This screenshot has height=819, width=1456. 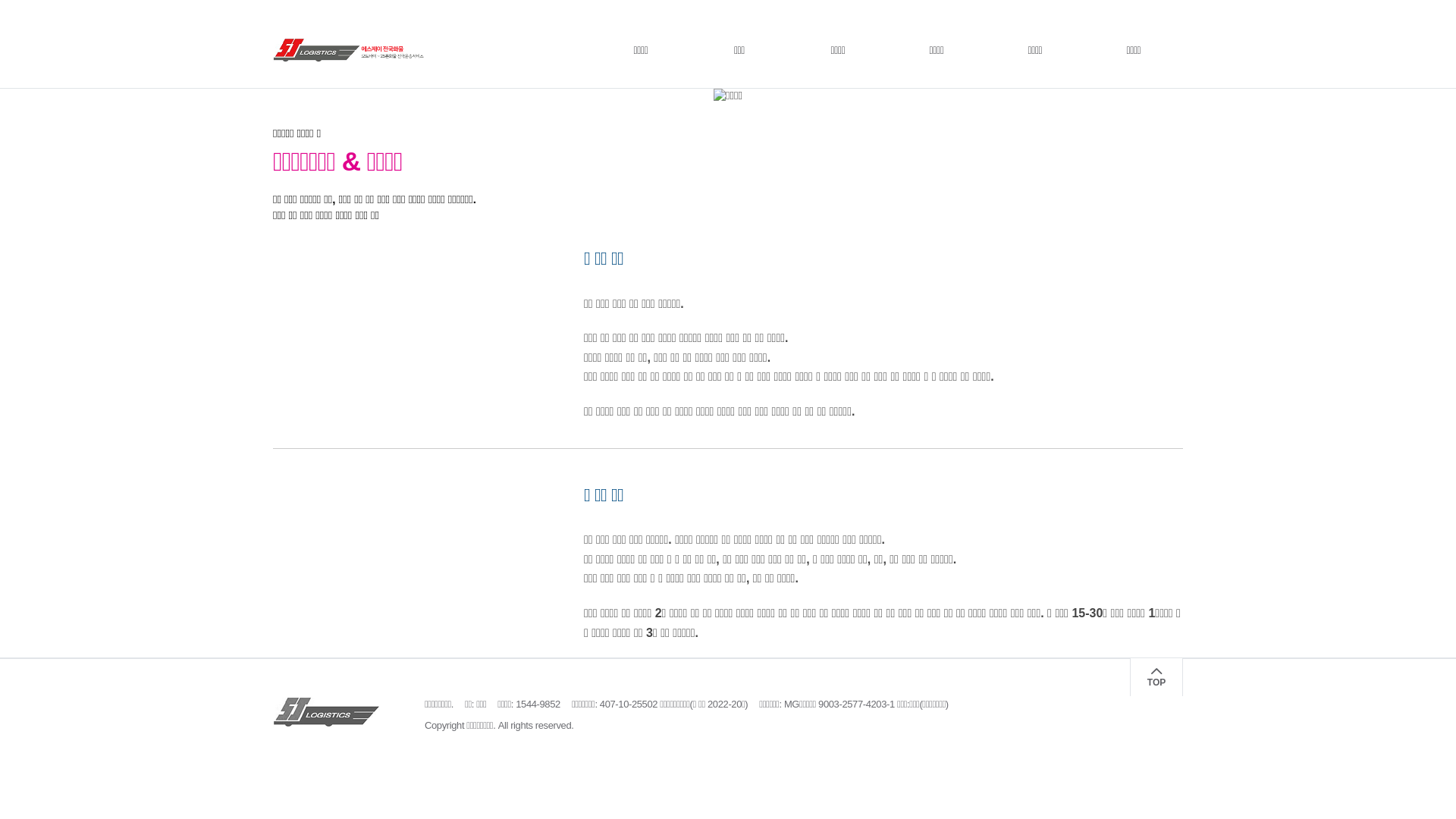 I want to click on 'TOP', so click(x=1156, y=676).